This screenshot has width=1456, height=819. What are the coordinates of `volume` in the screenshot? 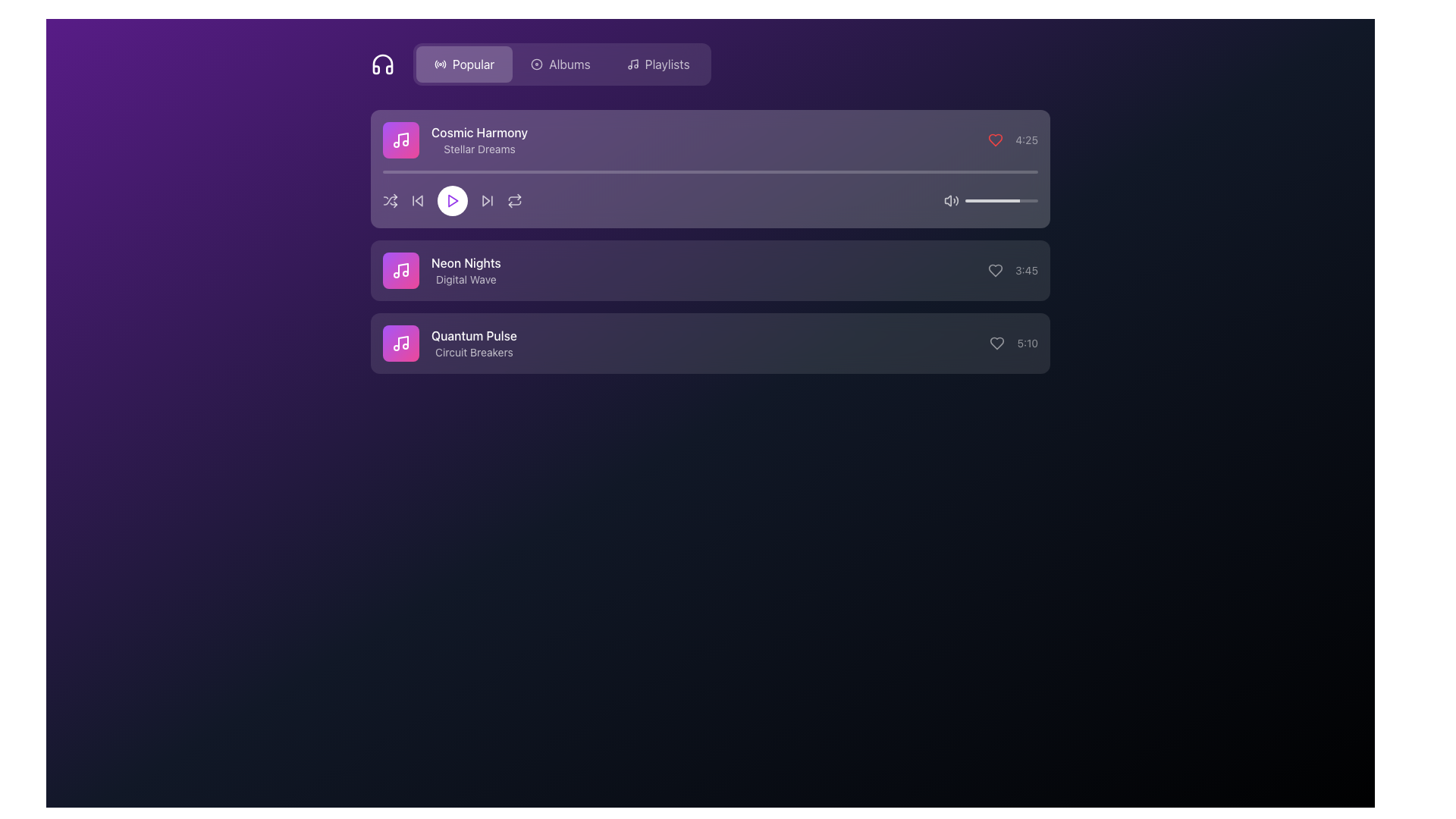 It's located at (994, 200).